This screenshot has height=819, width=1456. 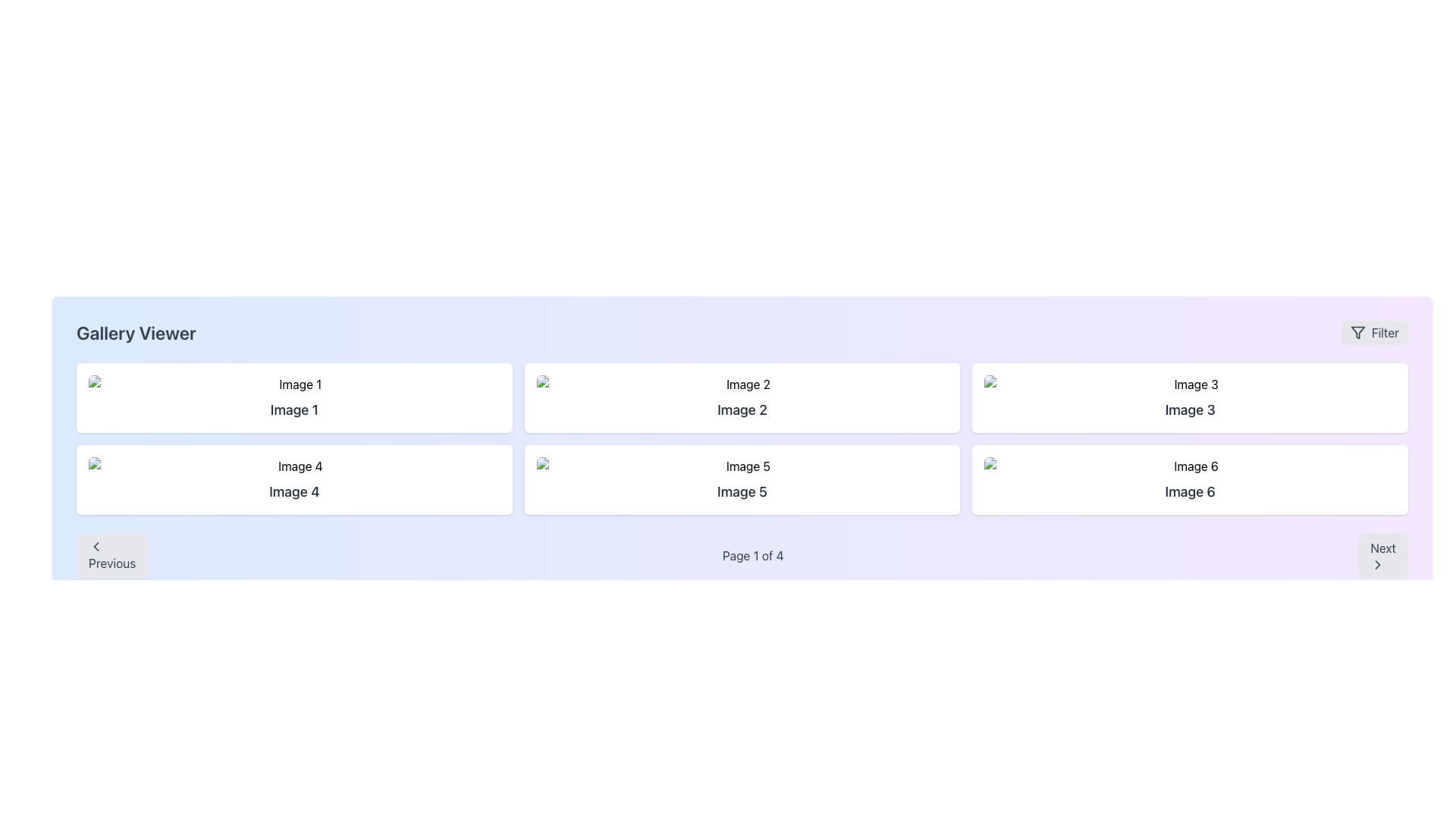 I want to click on the text label displaying 'Image 2', so click(x=742, y=409).